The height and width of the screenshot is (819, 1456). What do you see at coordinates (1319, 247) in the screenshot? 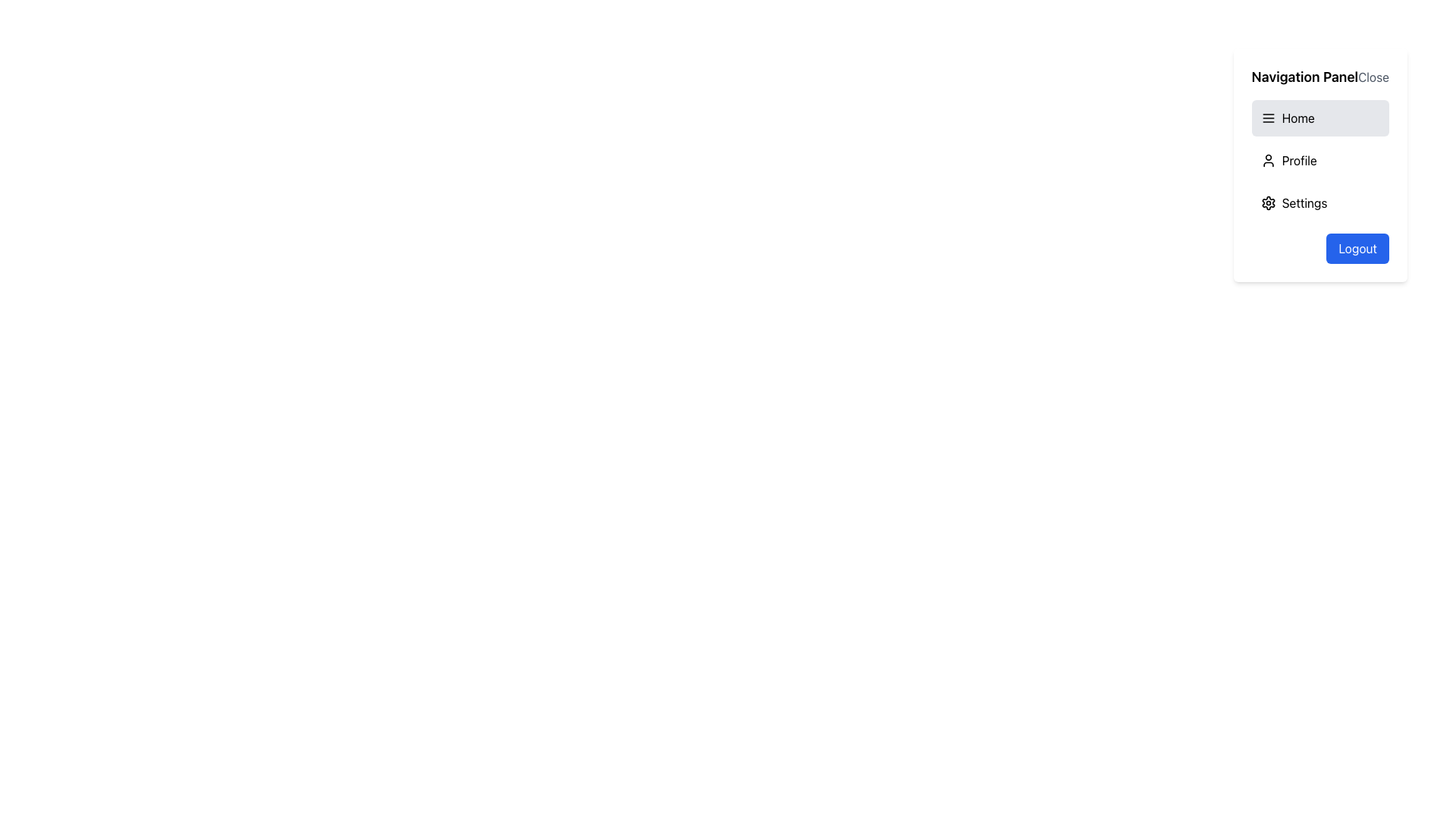
I see `the logout button located at the bottom-right corner of the sidebar` at bounding box center [1319, 247].